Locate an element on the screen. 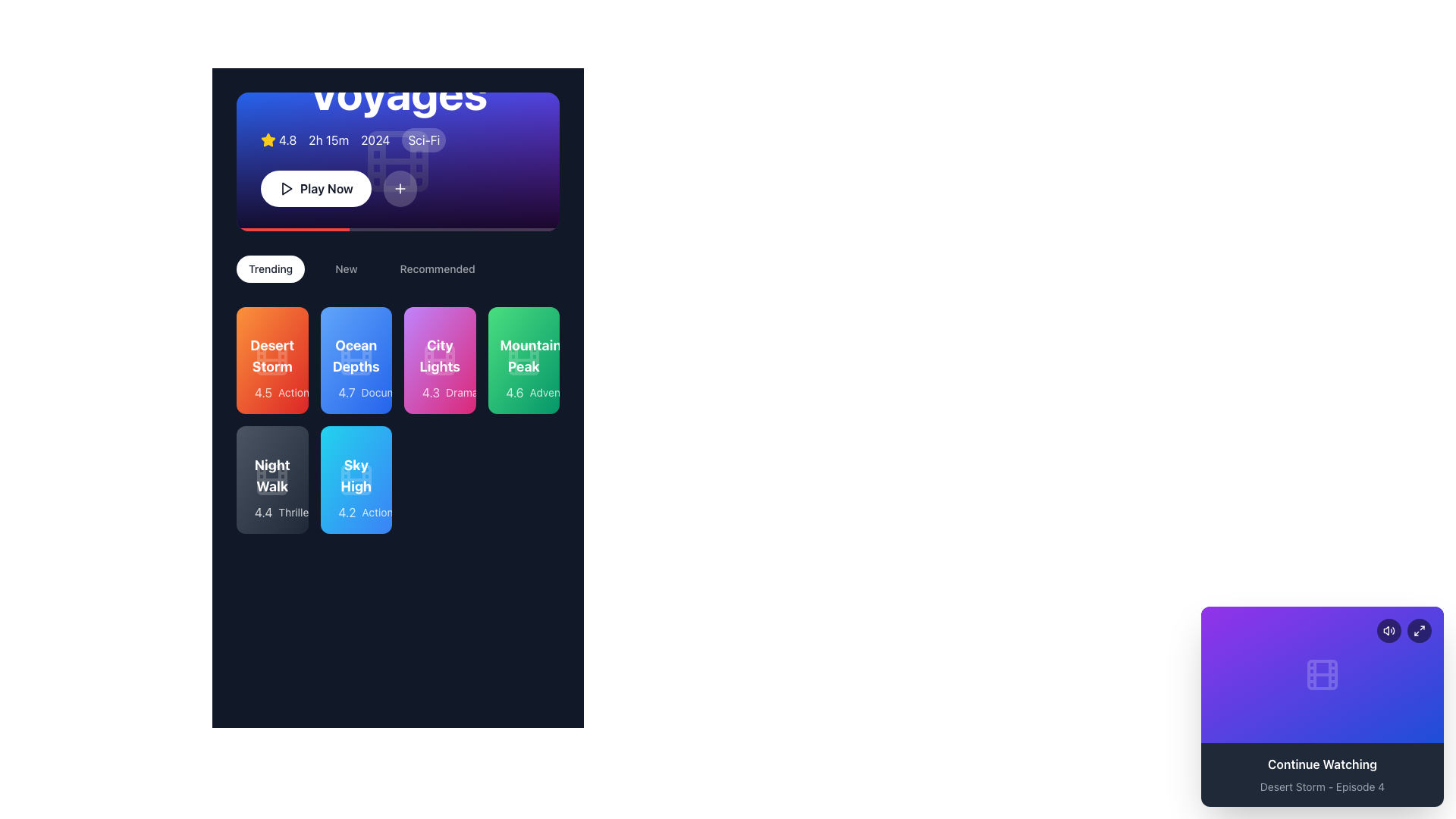  the Iconography component, which is a rectangular frame with rounded corners located in the bottom-right overlay card is located at coordinates (1321, 674).